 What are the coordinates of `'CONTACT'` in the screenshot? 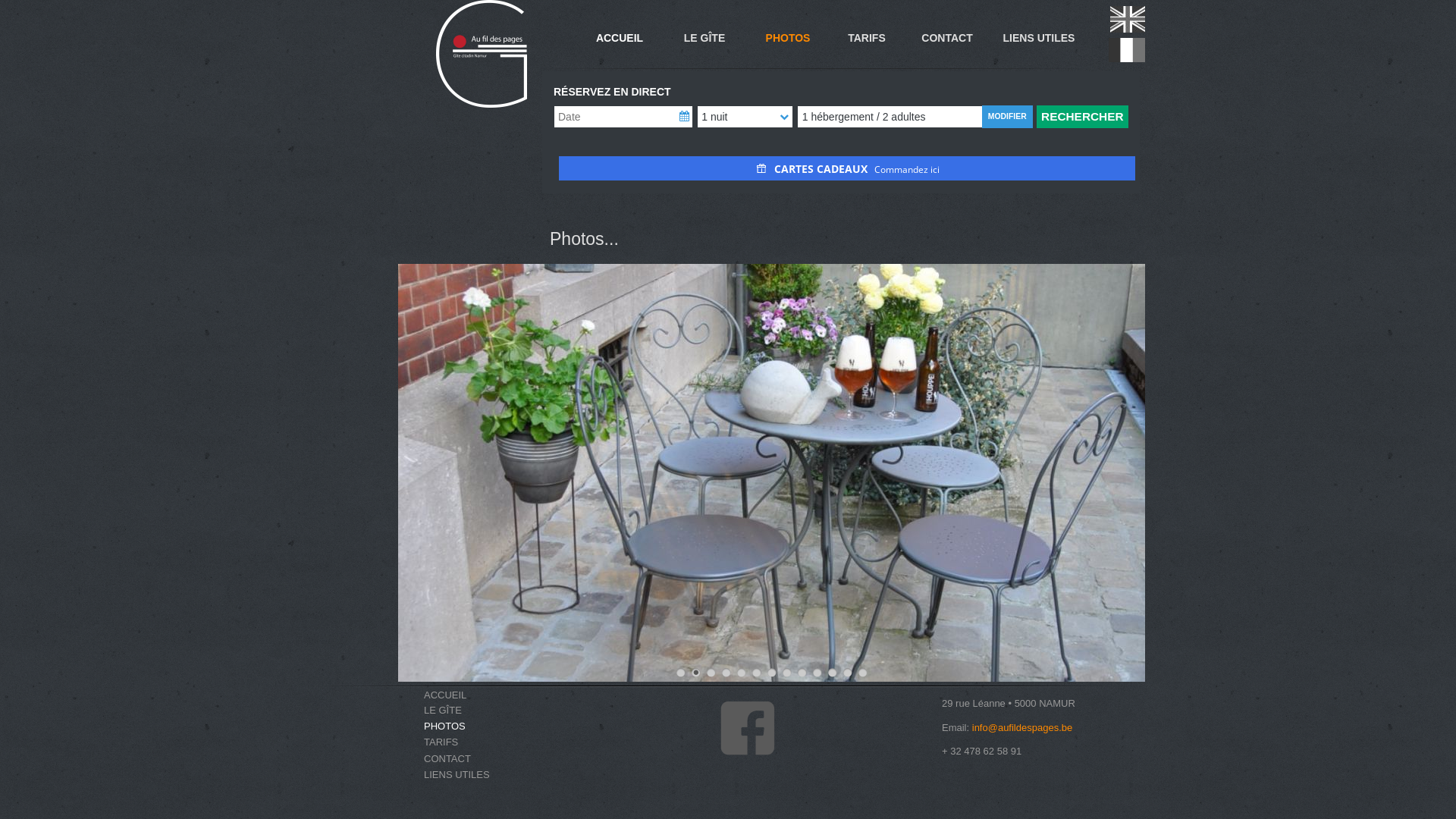 It's located at (423, 758).